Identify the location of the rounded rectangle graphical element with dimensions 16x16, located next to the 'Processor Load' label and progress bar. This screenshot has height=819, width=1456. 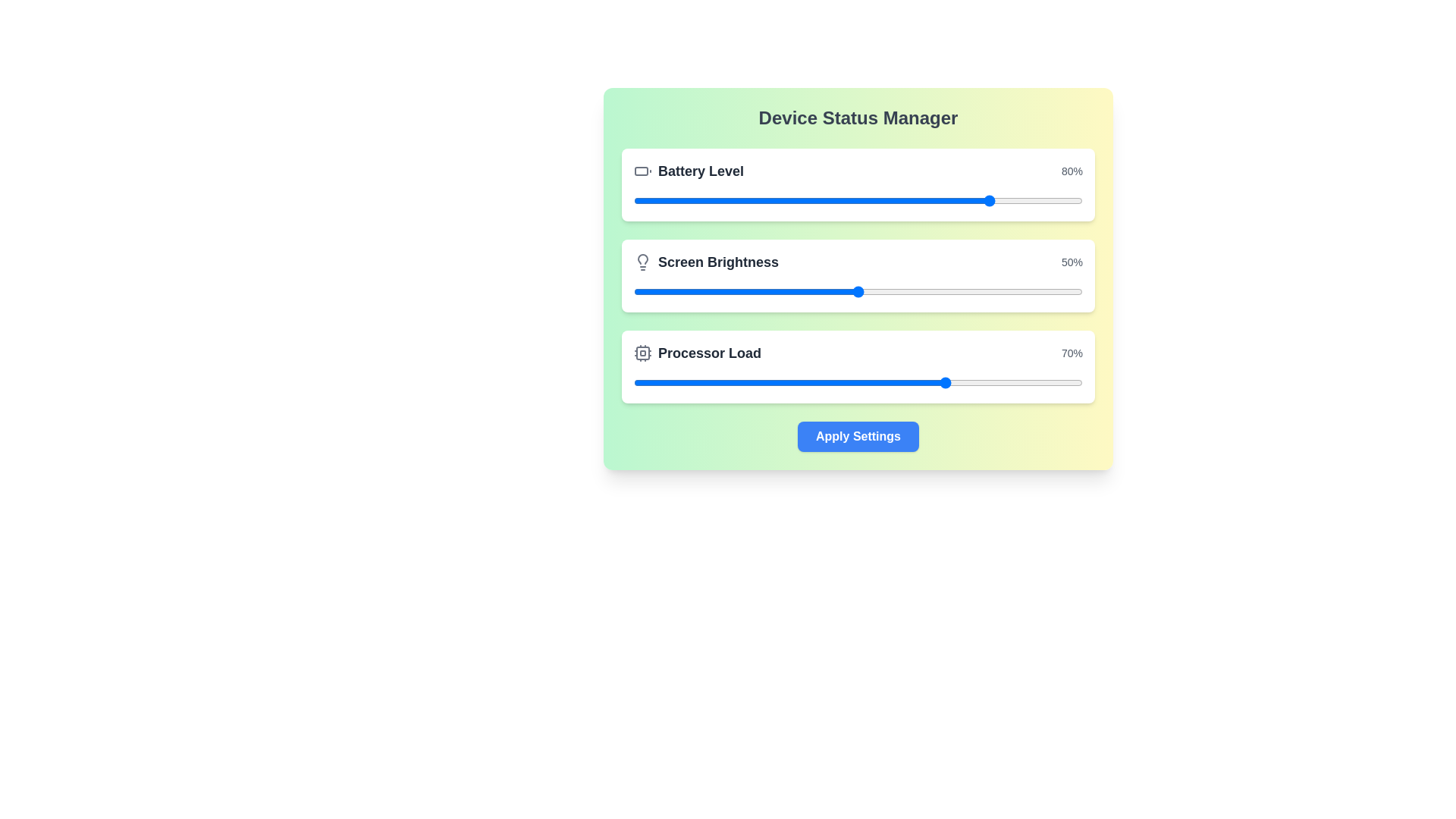
(643, 353).